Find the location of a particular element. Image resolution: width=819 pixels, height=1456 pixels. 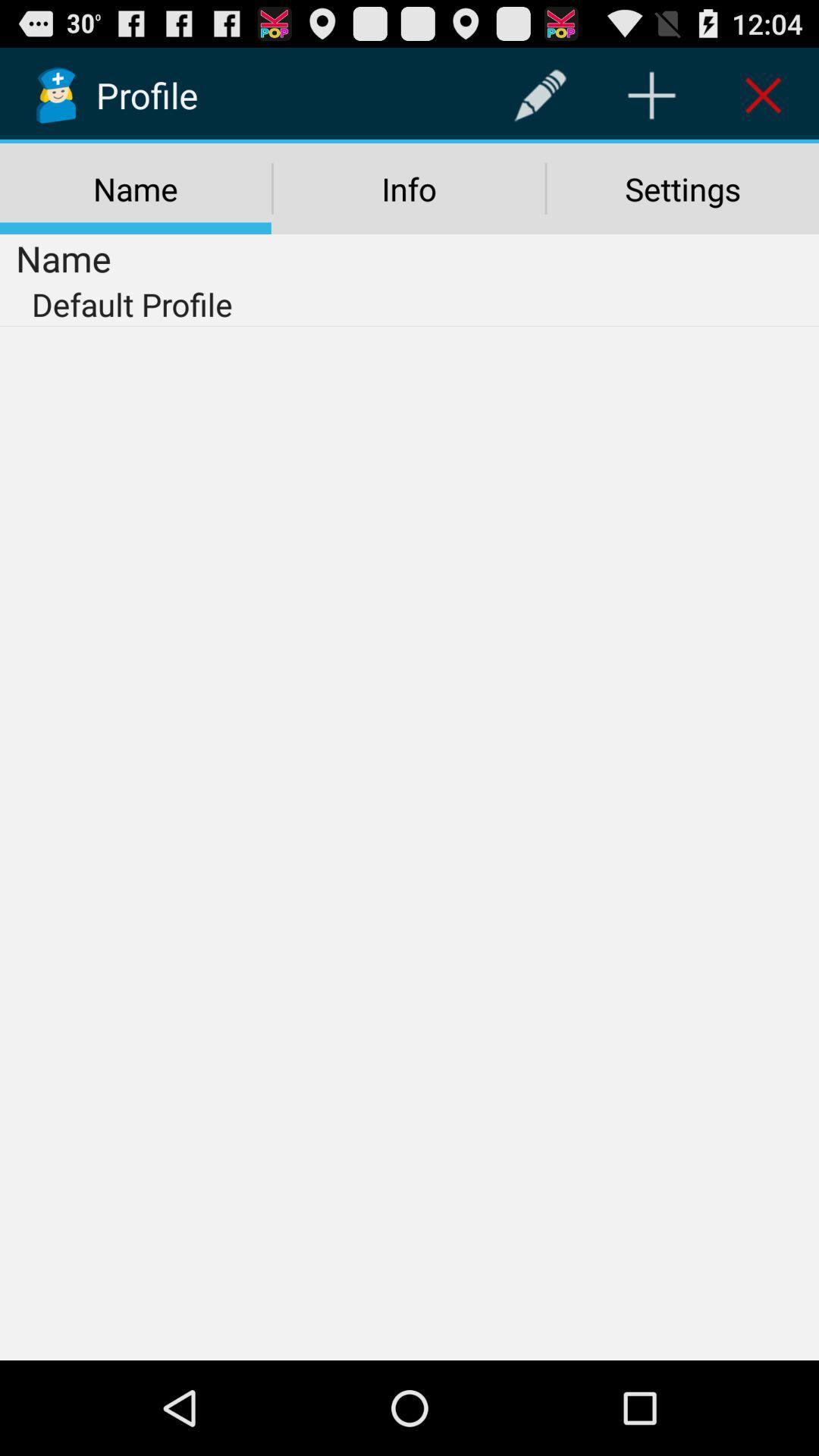

item to the right of name icon is located at coordinates (539, 94).